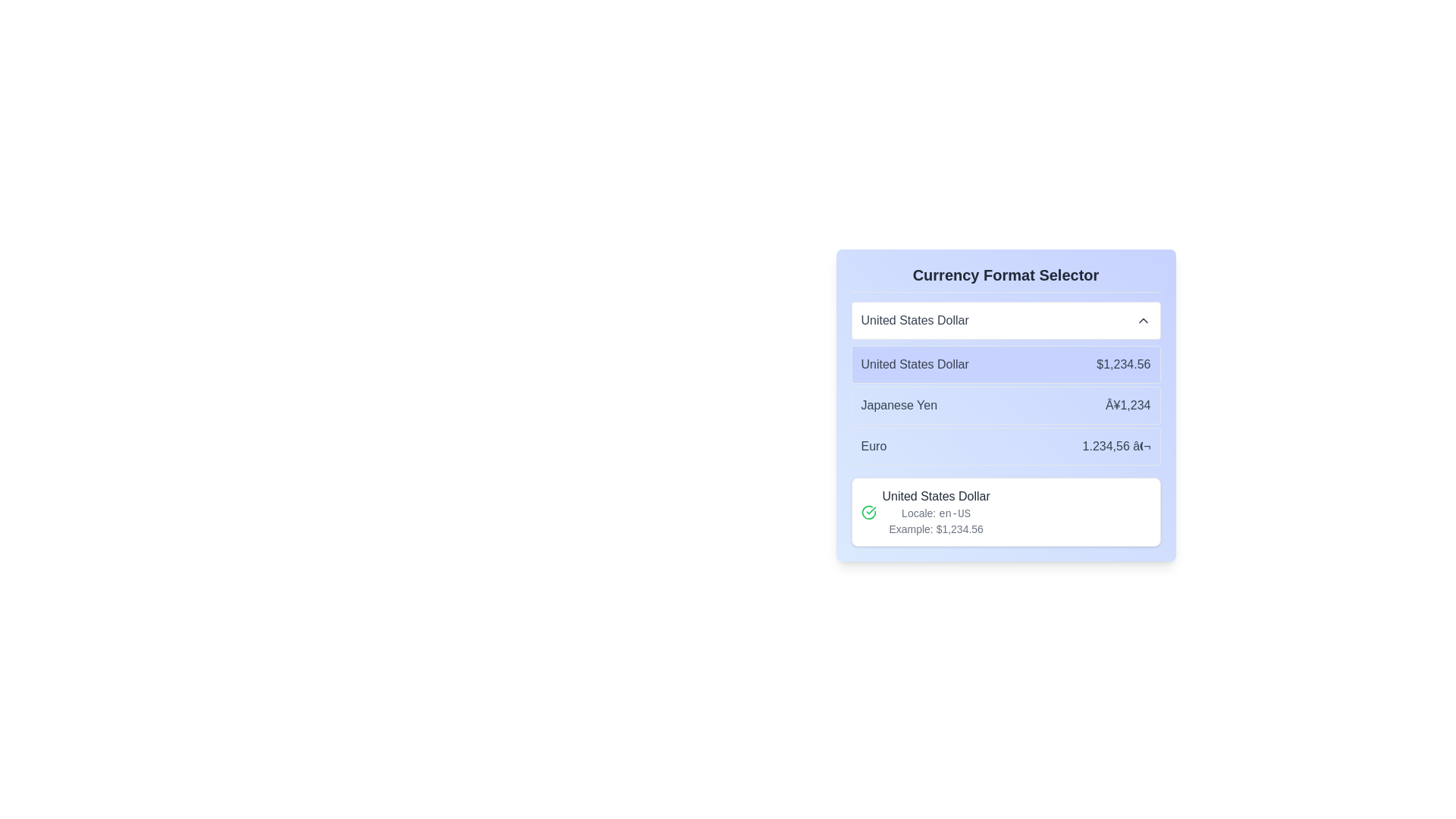 The height and width of the screenshot is (819, 1456). I want to click on the informational block that describes the 'United States Dollar' currency format, which includes its locale and example format, so click(1006, 512).